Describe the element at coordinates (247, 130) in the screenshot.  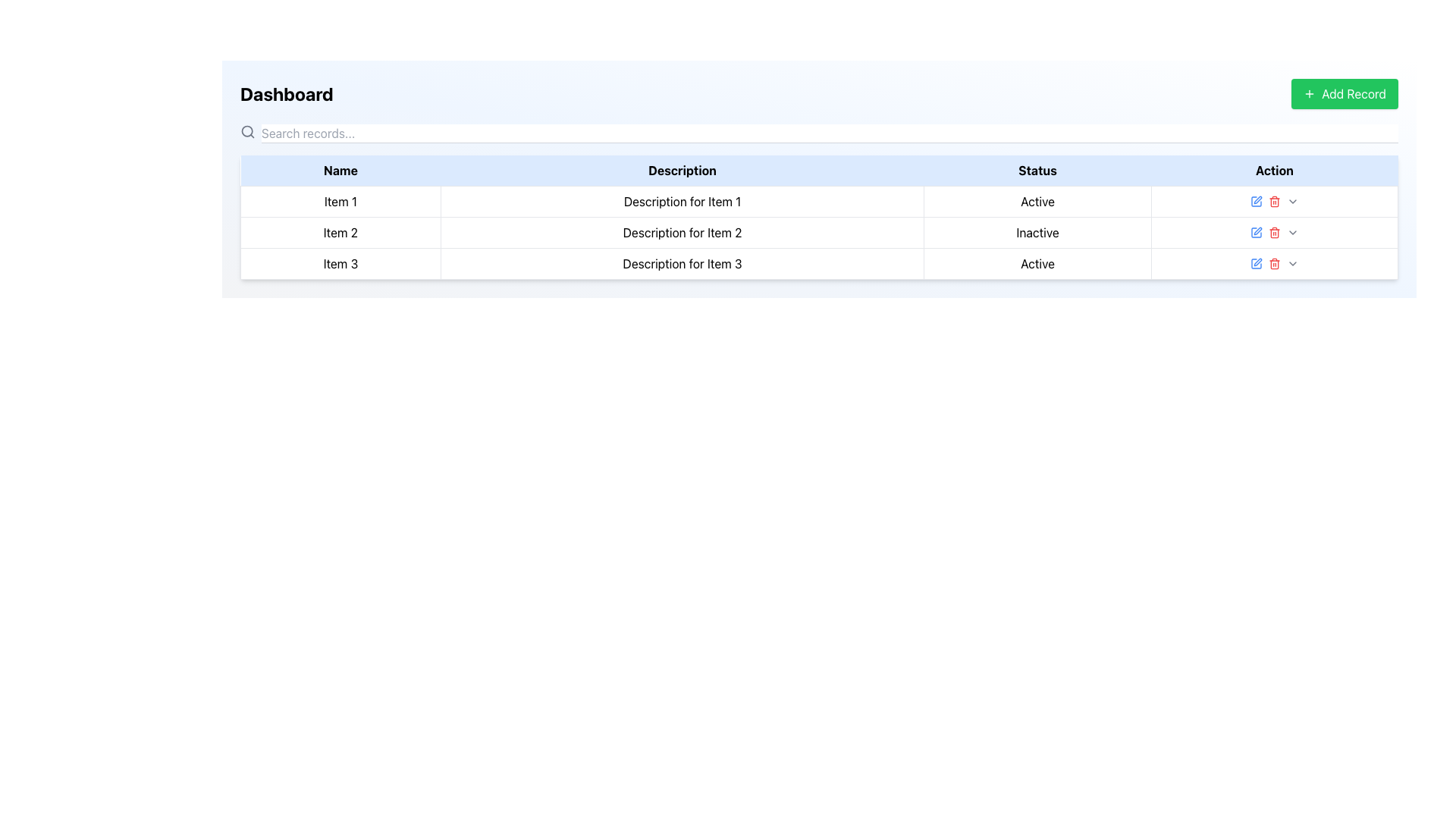
I see `the magnifying glass icon located on the left side of the horizontal bar to initiate a search` at that location.